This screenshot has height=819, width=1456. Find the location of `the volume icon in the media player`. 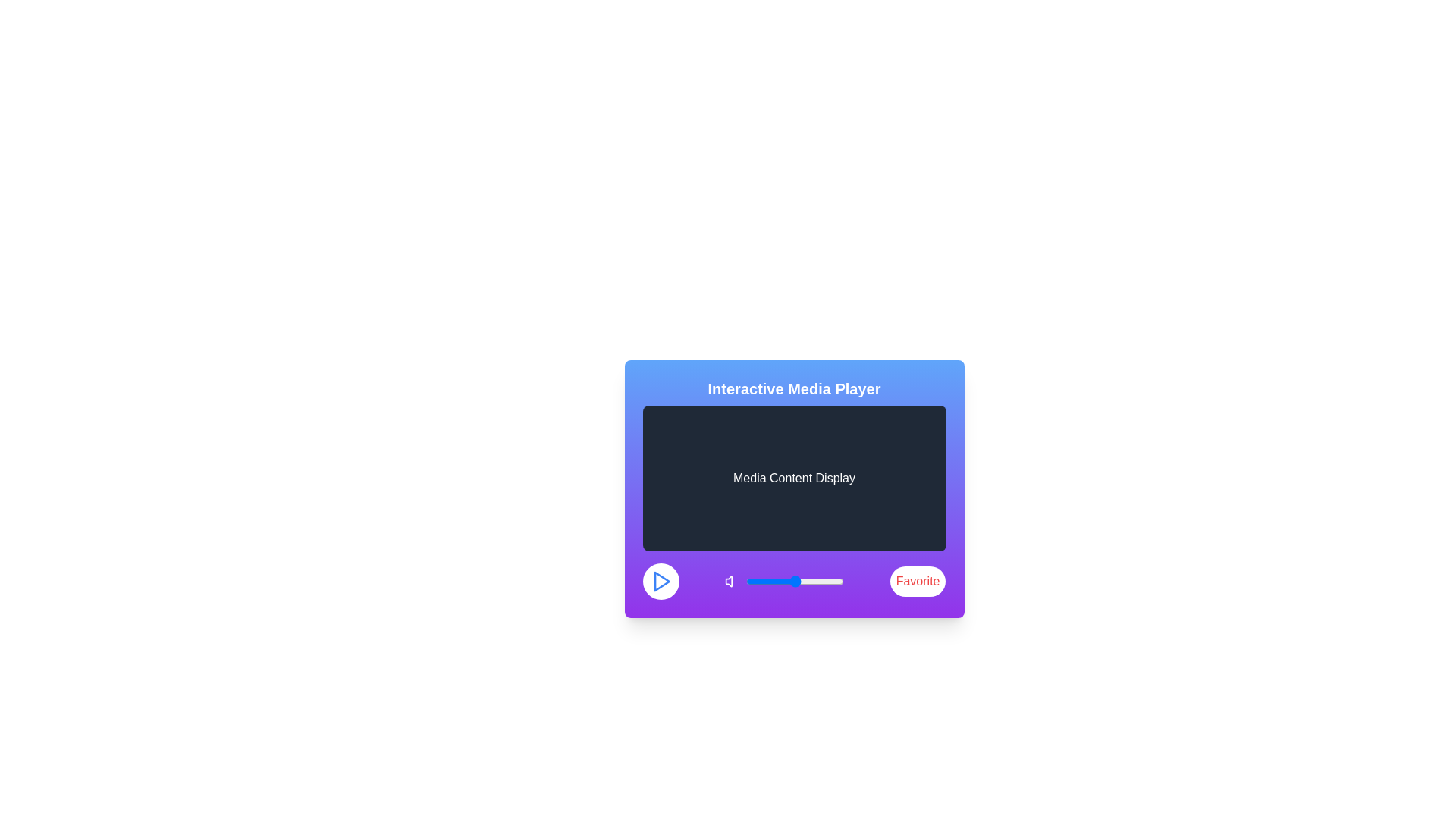

the volume icon in the media player is located at coordinates (733, 581).